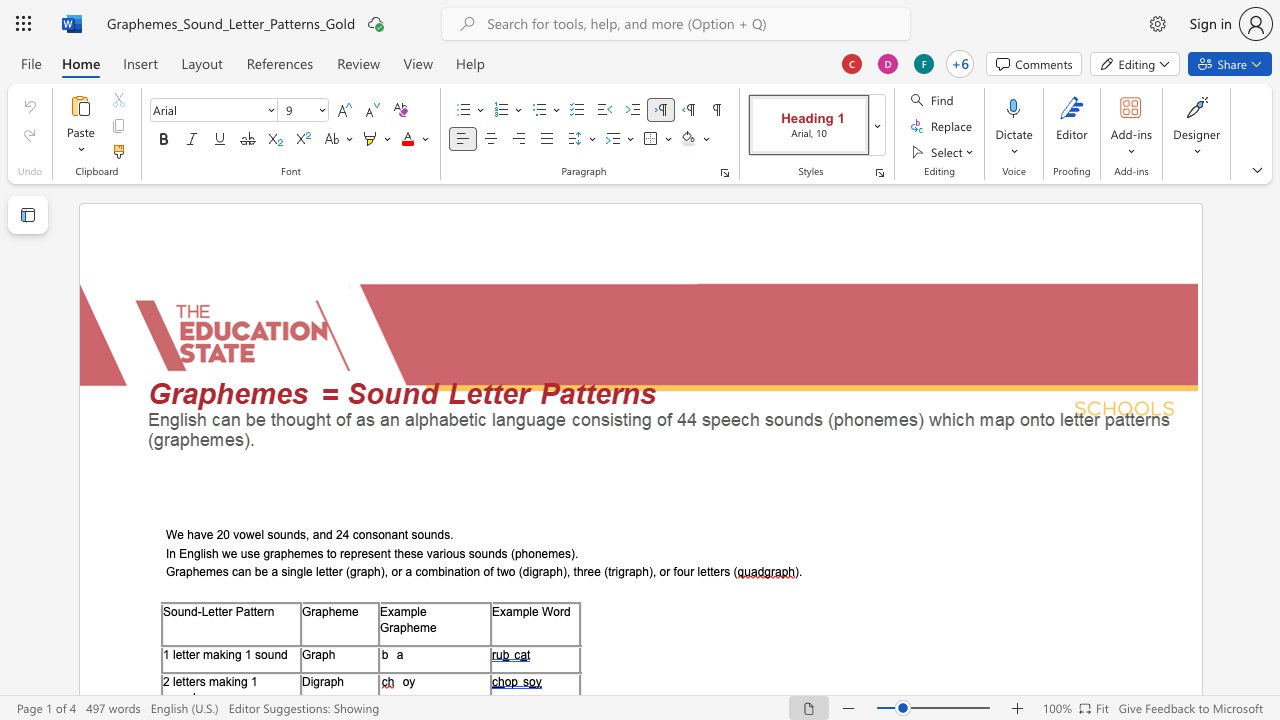 This screenshot has width=1280, height=720. What do you see at coordinates (267, 610) in the screenshot?
I see `the space between the continuous character "r" and "n" in the text` at bounding box center [267, 610].